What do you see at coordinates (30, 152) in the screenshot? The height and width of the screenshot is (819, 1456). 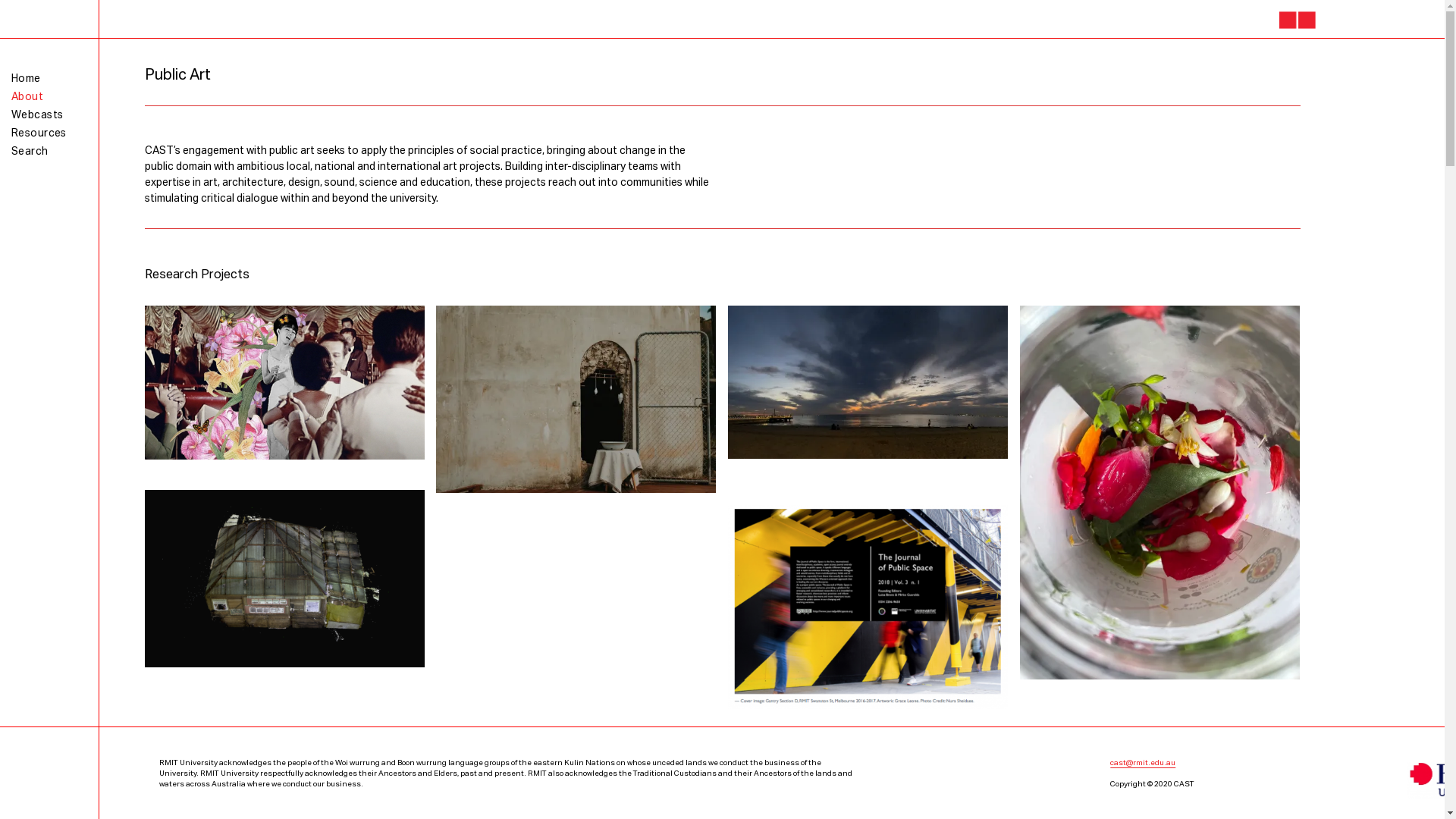 I see `'Search'` at bounding box center [30, 152].